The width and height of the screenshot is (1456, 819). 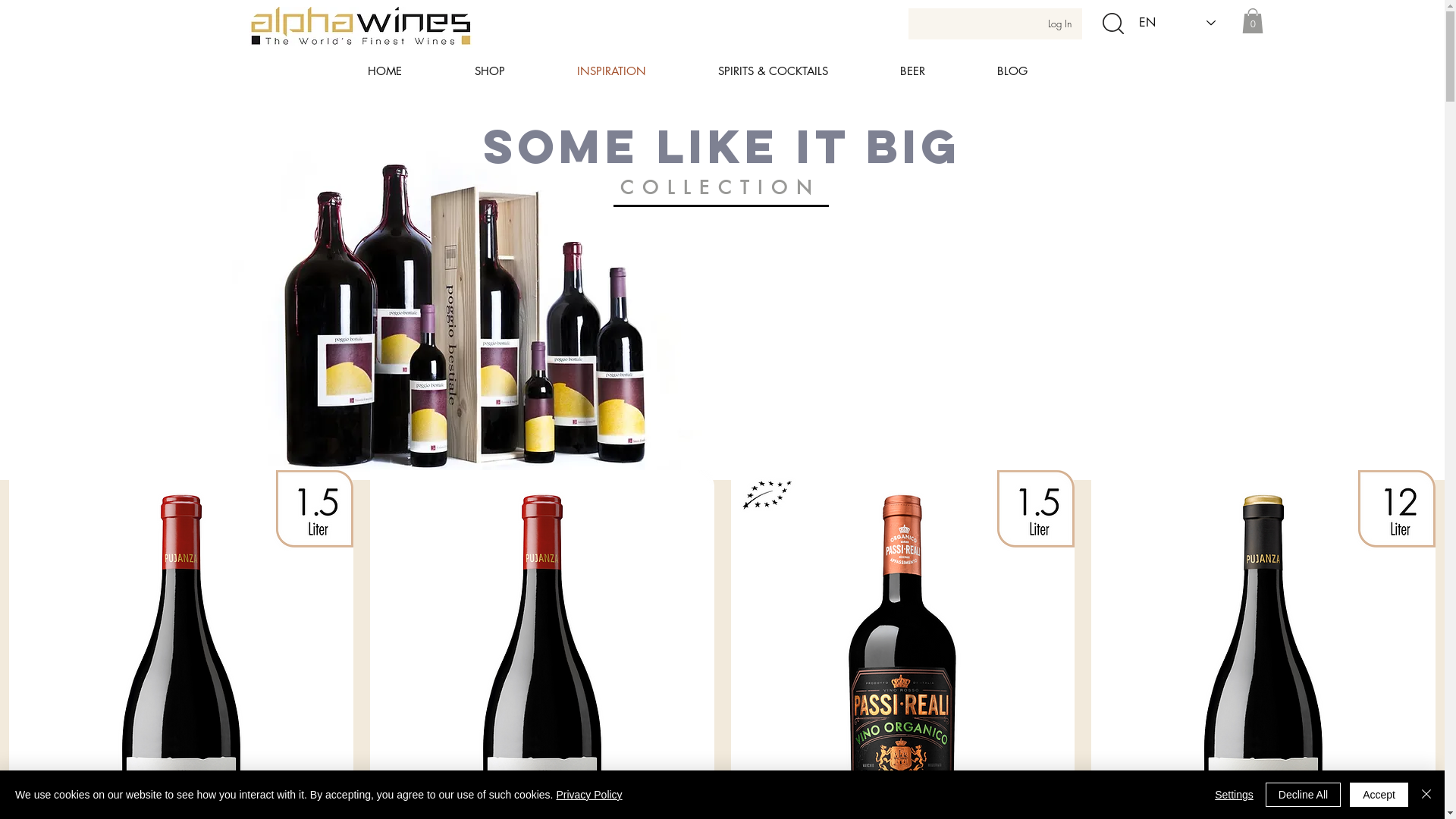 I want to click on '0', so click(x=1252, y=20).